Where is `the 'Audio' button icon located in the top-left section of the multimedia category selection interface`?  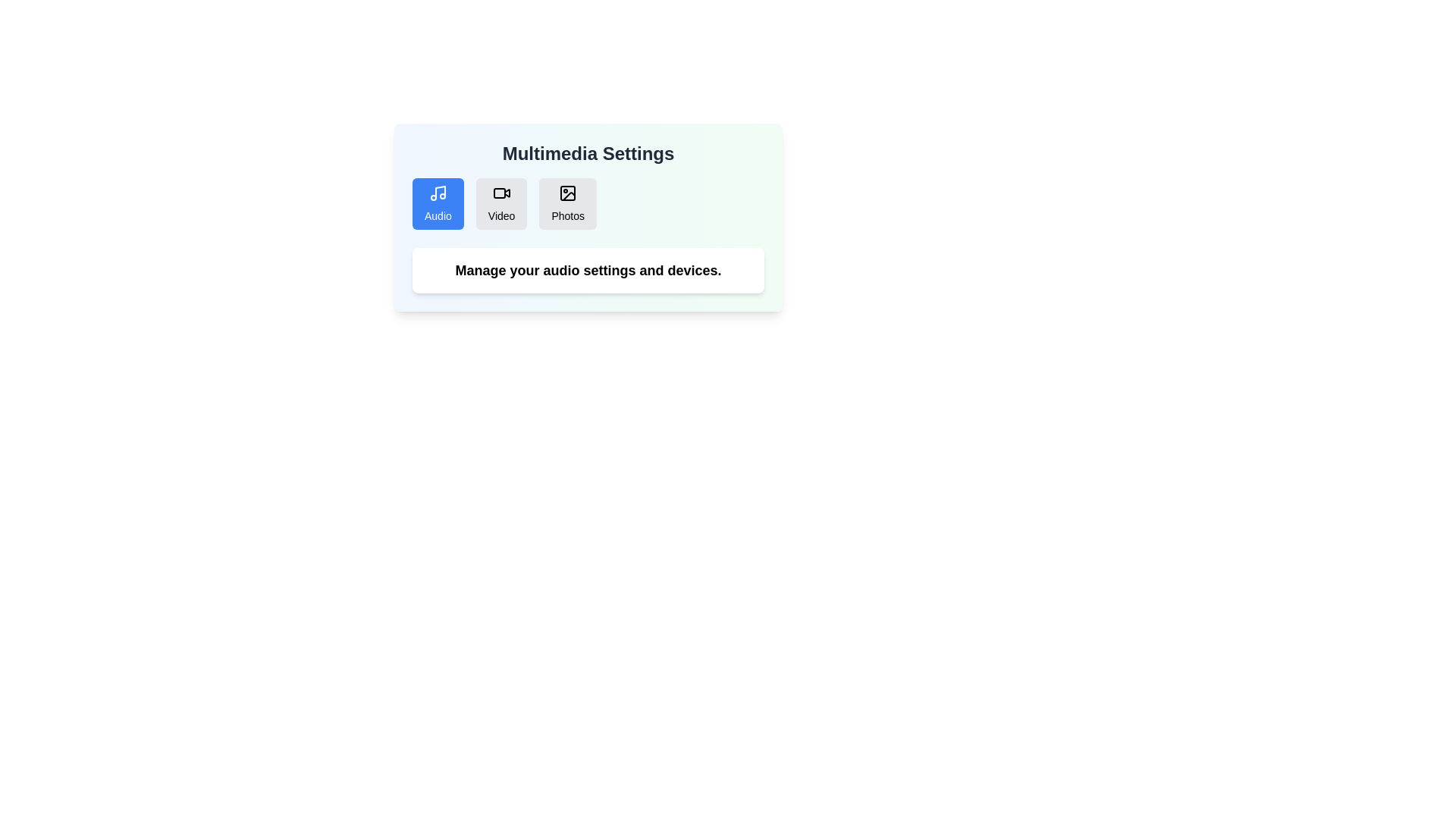 the 'Audio' button icon located in the top-left section of the multimedia category selection interface is located at coordinates (437, 192).